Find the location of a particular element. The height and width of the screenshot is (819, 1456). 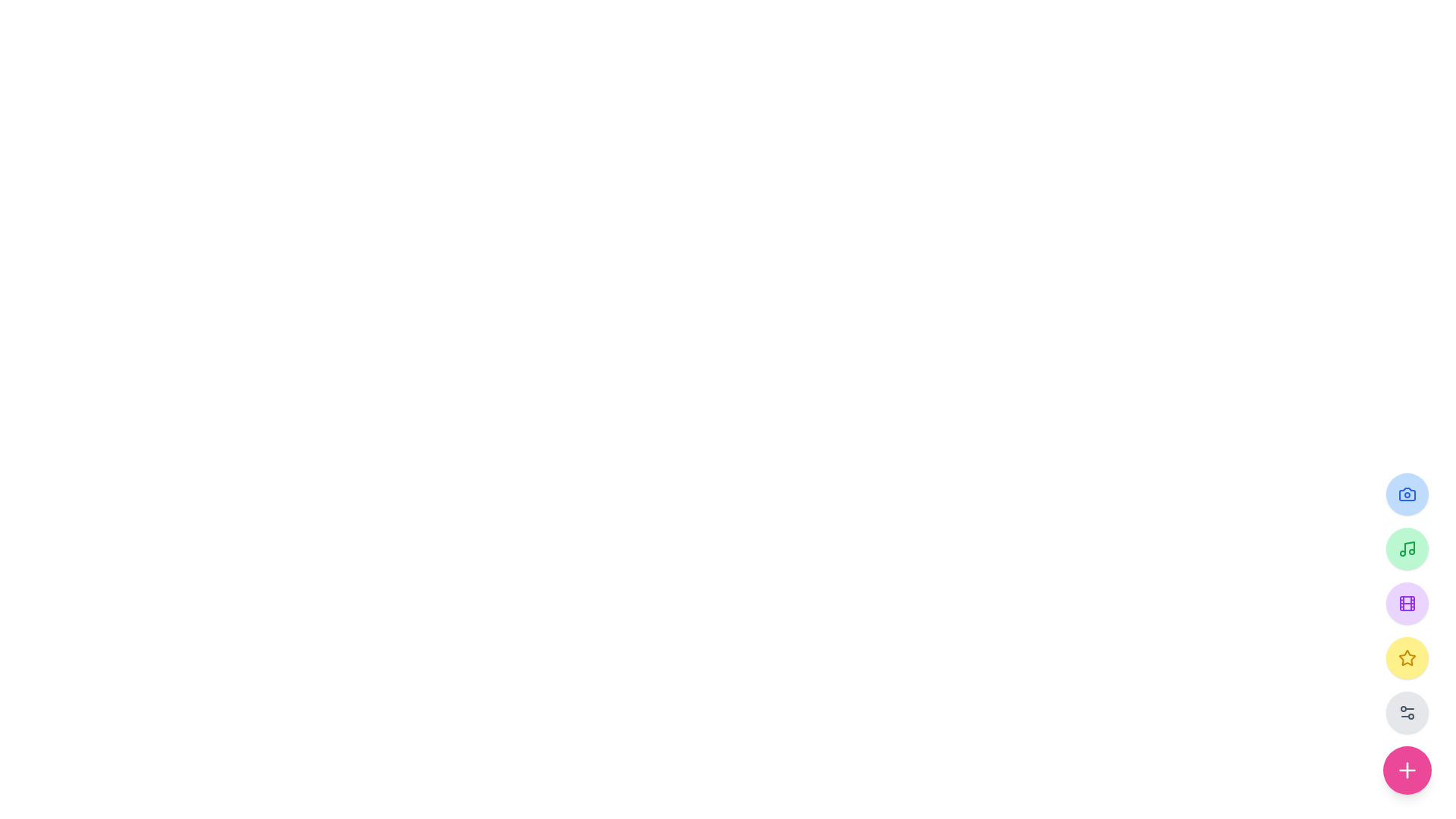

the circular button with a vibrant pink background and a white plus icon located at the bottom-right corner of the interface is located at coordinates (1407, 770).